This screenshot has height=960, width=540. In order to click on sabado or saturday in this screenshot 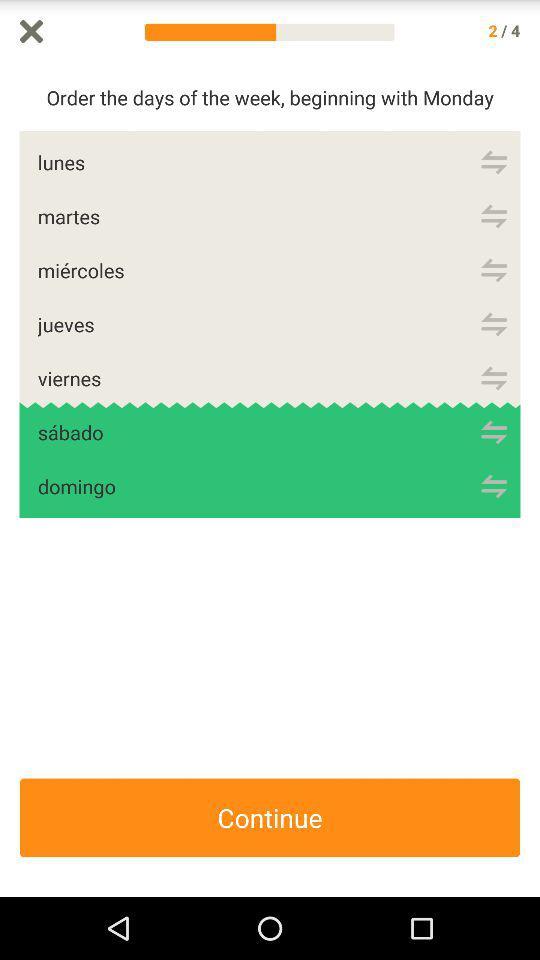, I will do `click(493, 432)`.